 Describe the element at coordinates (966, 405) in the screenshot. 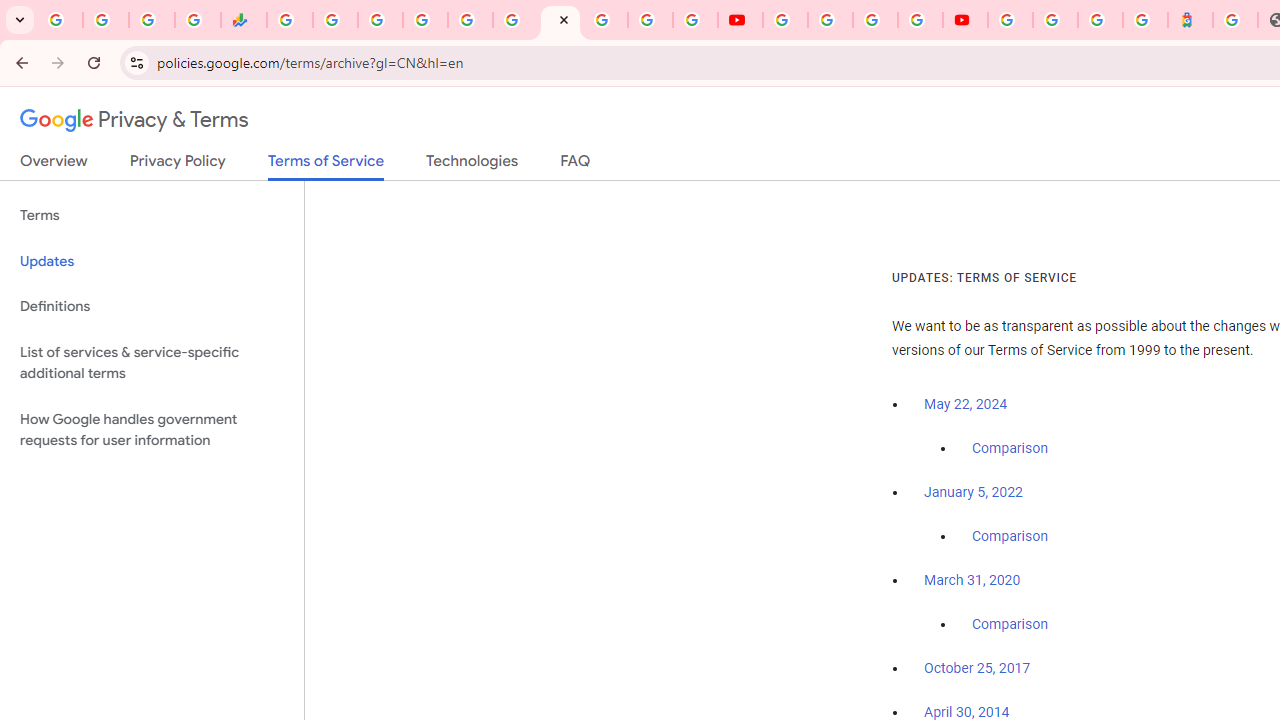

I see `'May 22, 2024'` at that location.